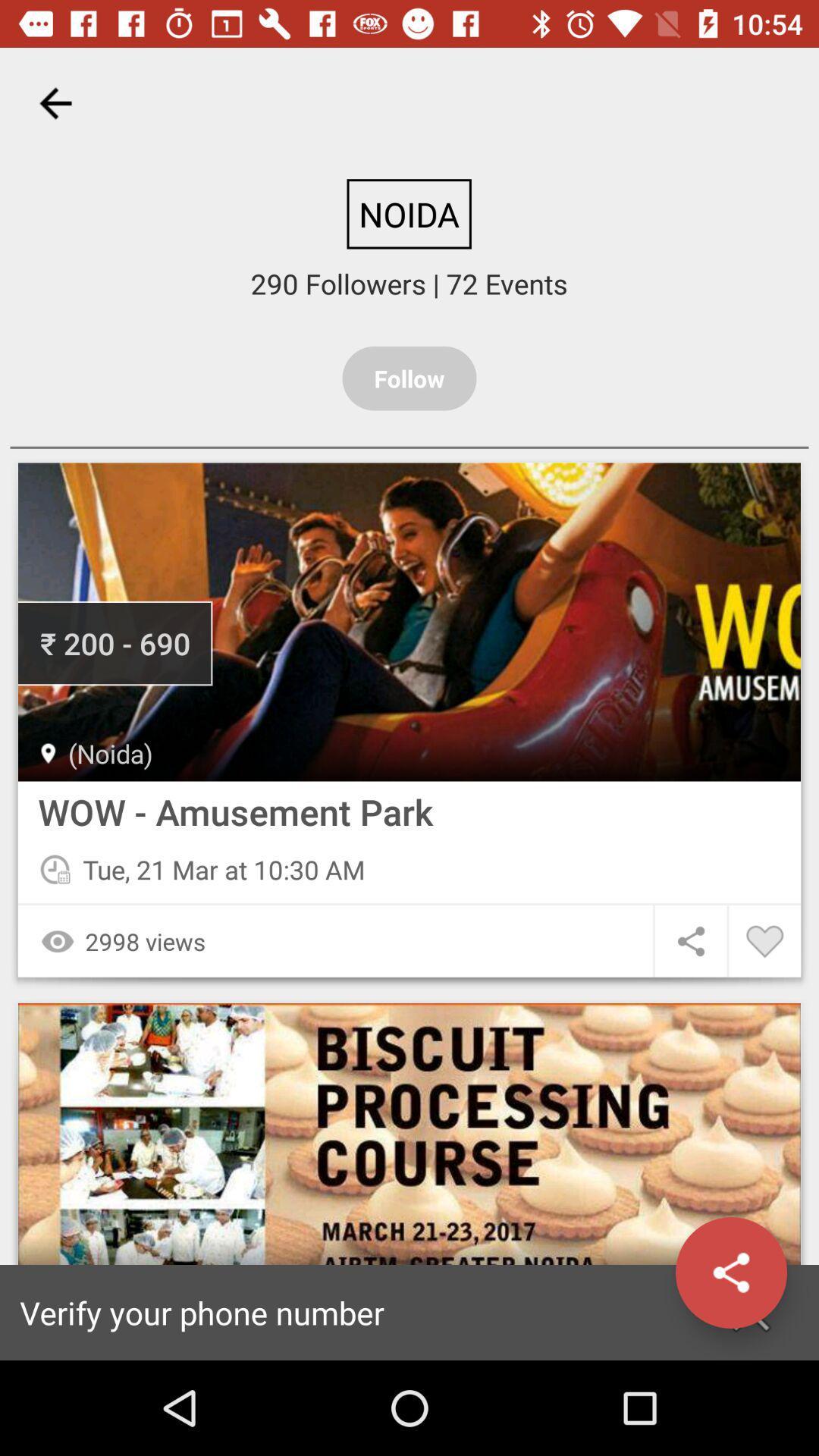 This screenshot has height=1456, width=819. I want to click on the share icon, so click(730, 1272).